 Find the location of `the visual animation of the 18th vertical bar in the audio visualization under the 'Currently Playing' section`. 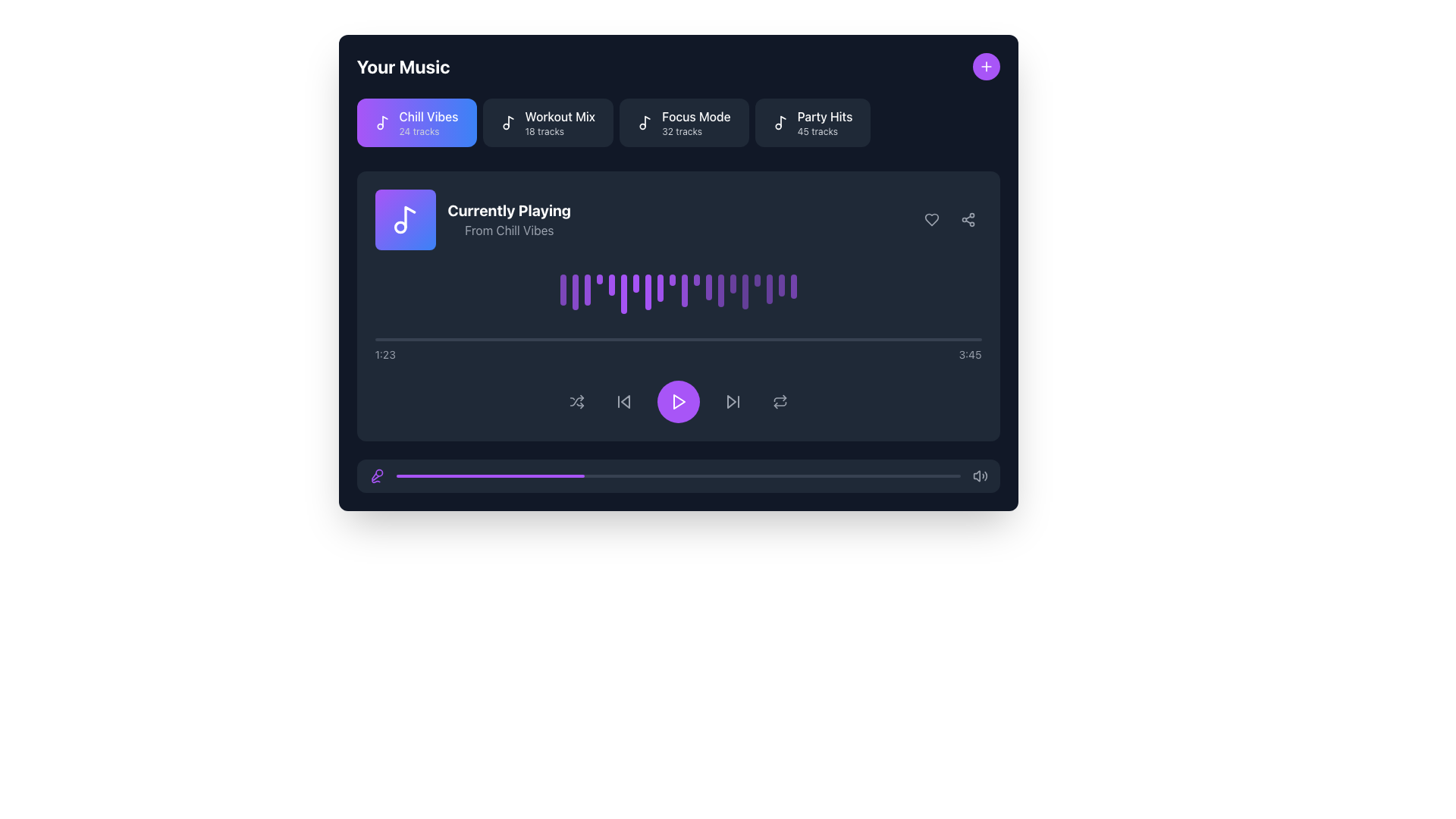

the visual animation of the 18th vertical bar in the audio visualization under the 'Currently Playing' section is located at coordinates (769, 289).